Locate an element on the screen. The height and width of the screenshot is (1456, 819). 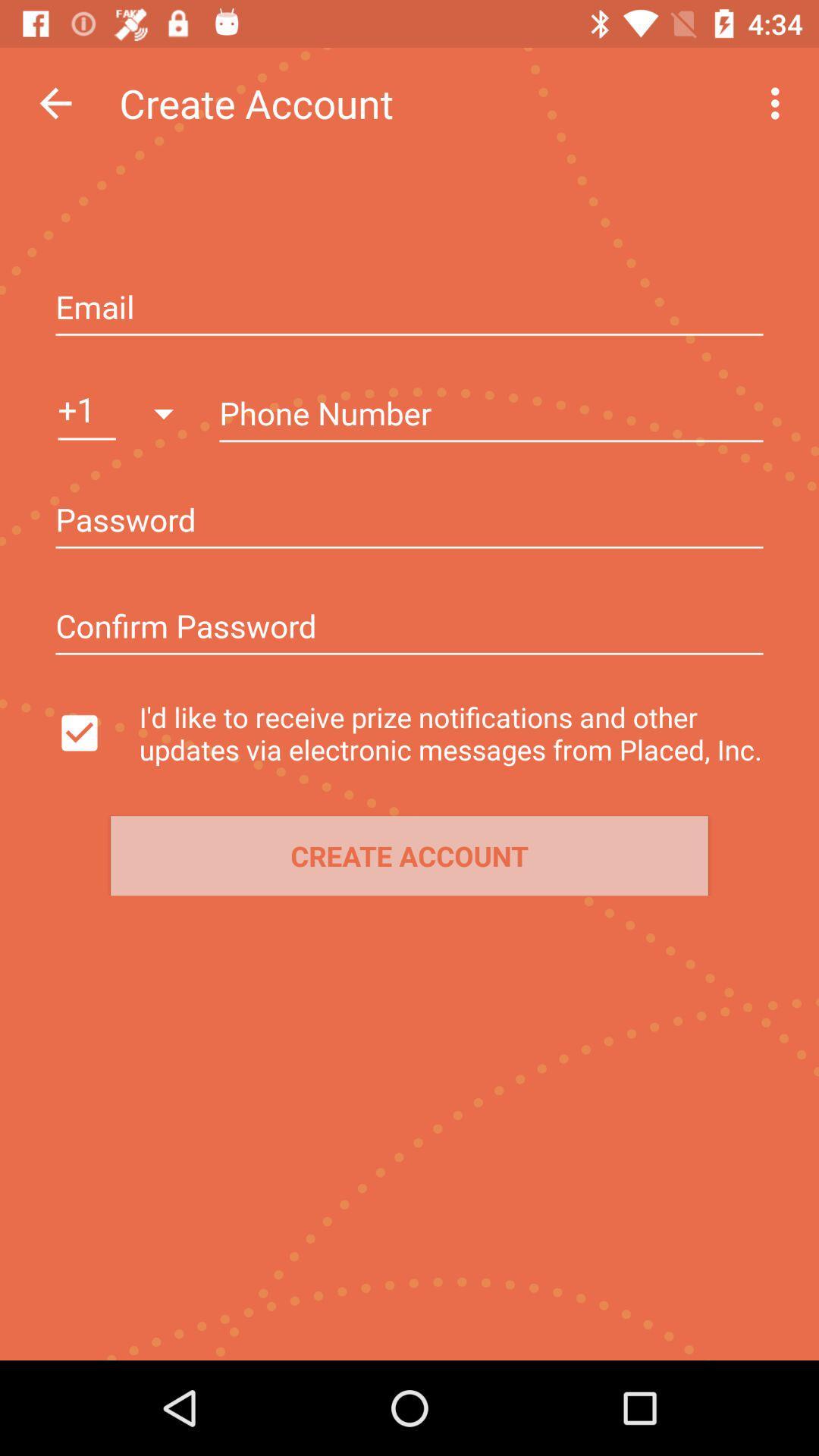
switch notifications option is located at coordinates (93, 733).